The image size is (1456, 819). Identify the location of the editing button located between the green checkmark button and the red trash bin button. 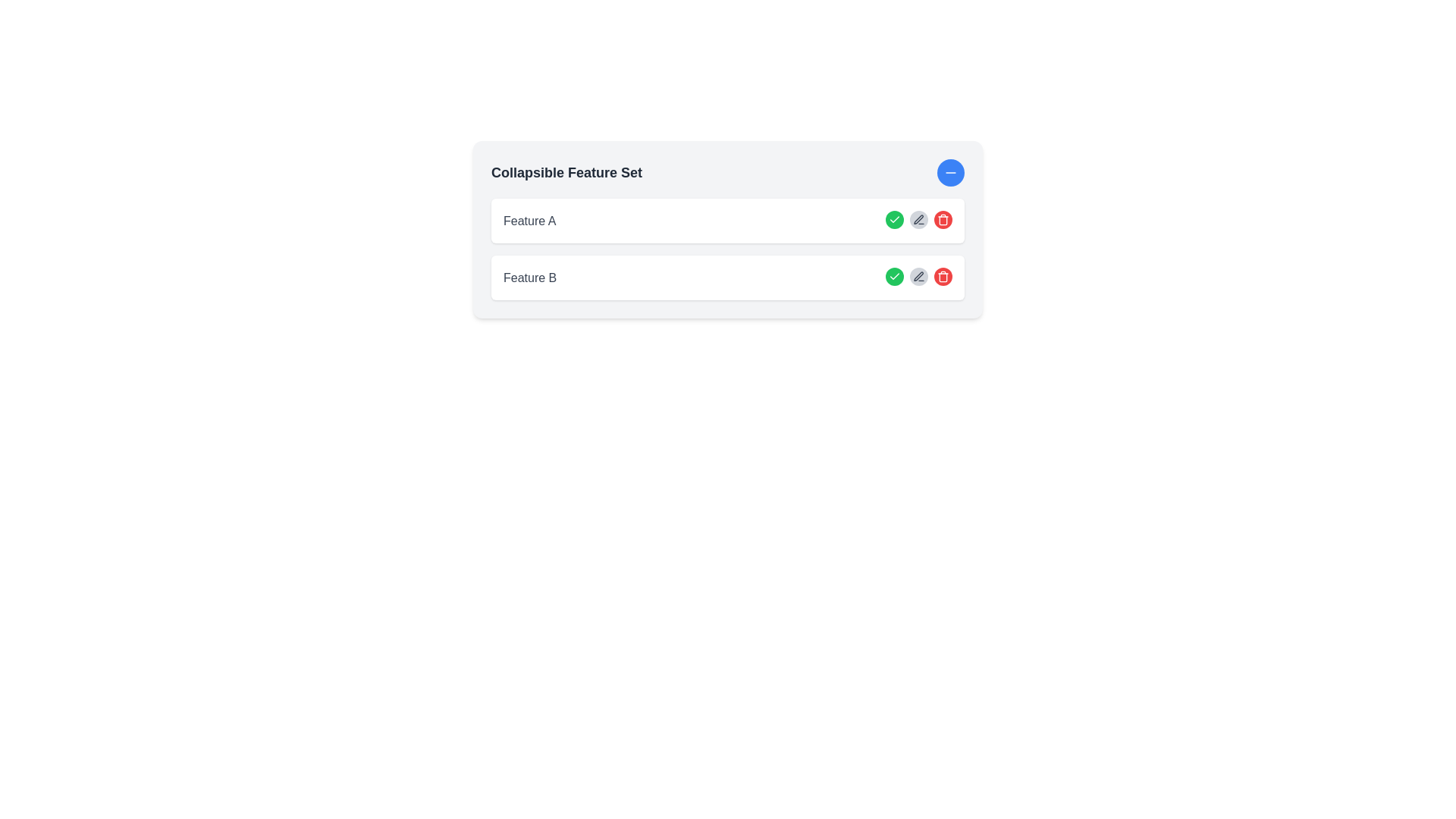
(918, 221).